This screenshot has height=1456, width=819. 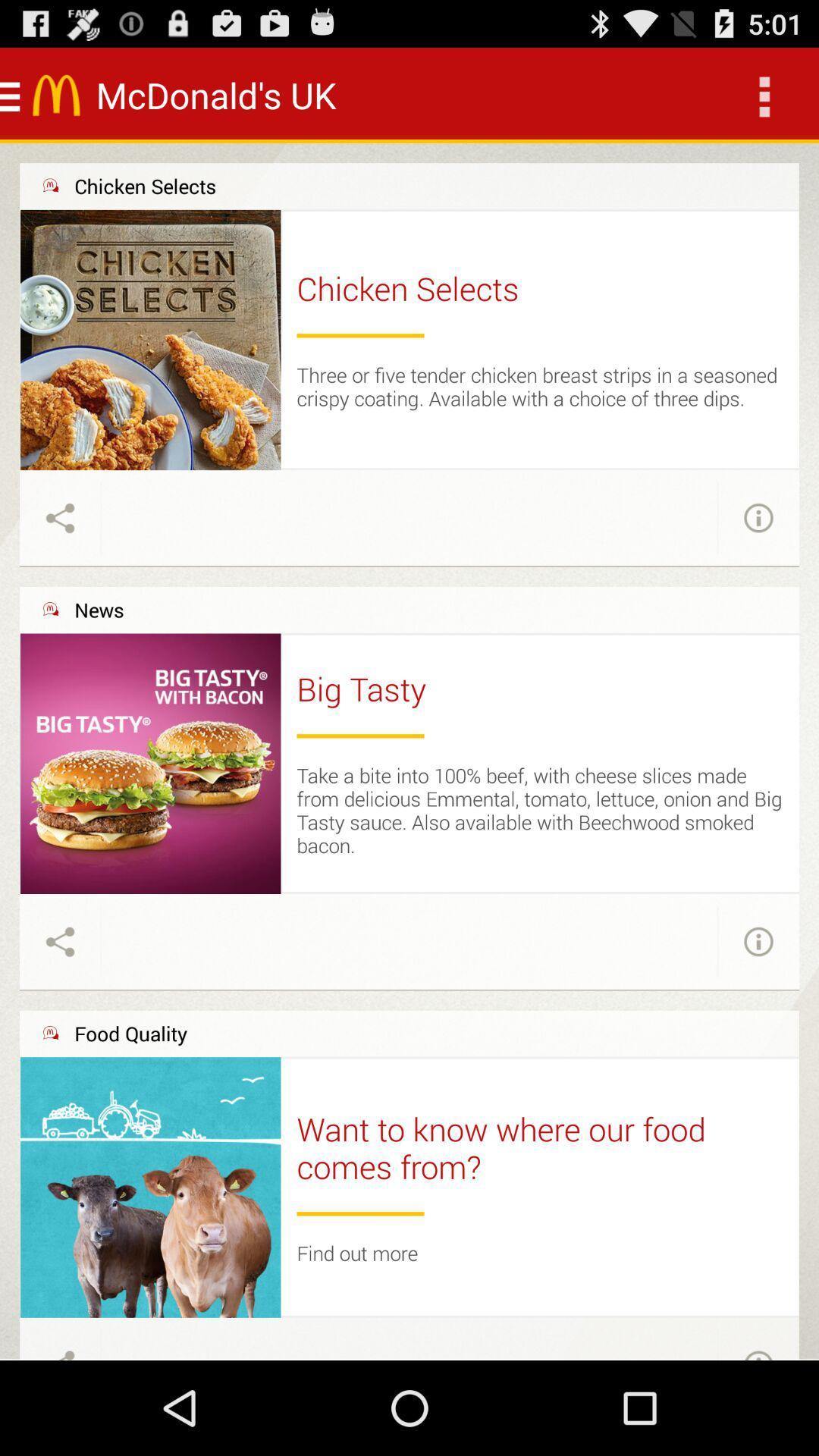 I want to click on the food quality item, so click(x=130, y=1033).